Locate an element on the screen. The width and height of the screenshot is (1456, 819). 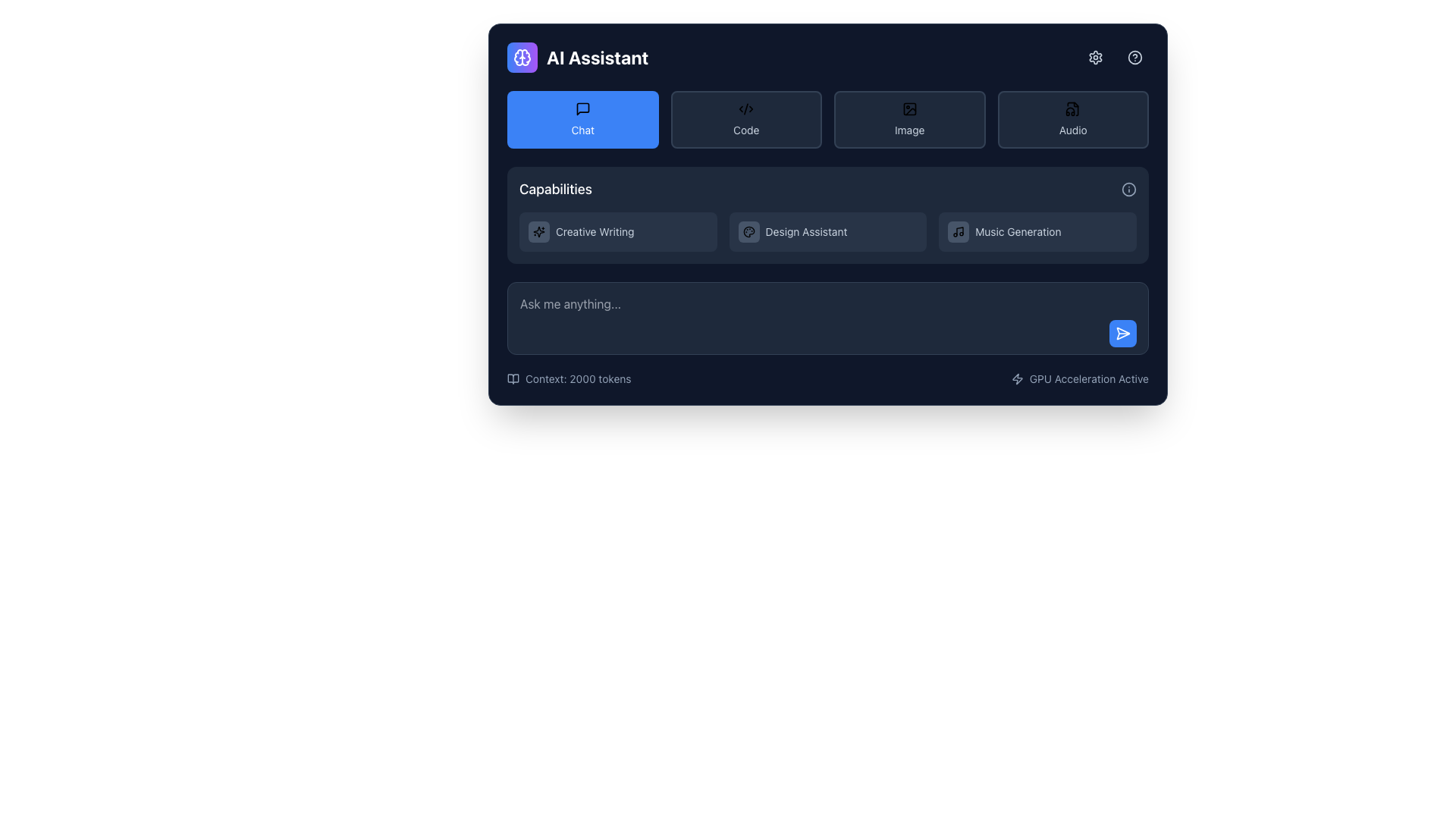
the text label describing 'Creative Writing', which is positioned centrally within a card-like component, serving to clarify the purpose of the adjacent icon or button is located at coordinates (594, 231).